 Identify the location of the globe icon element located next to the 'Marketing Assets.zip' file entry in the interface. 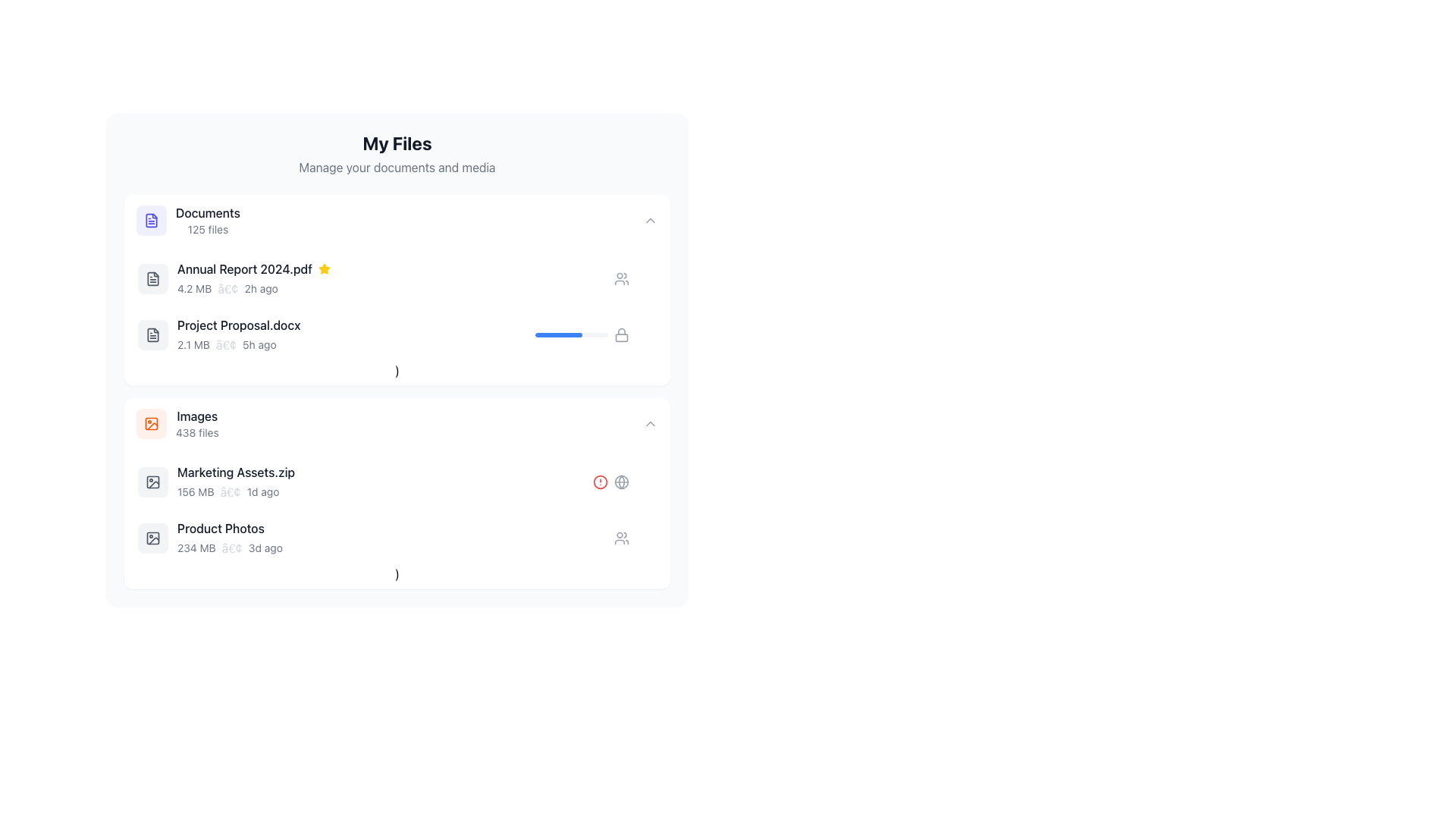
(622, 482).